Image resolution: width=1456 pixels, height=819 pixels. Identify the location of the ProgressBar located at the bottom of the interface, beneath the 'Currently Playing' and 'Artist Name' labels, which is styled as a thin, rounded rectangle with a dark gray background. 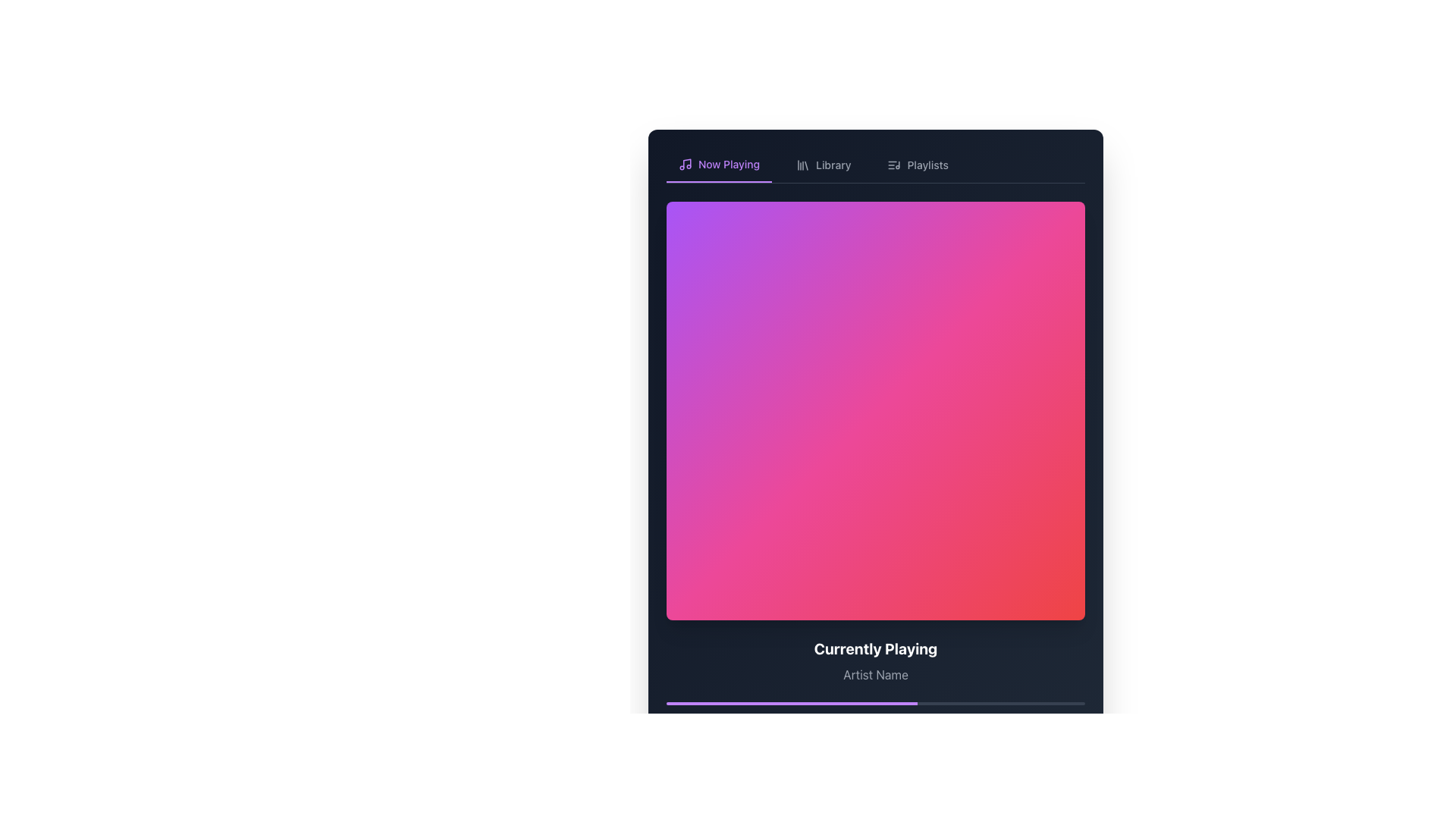
(886, 806).